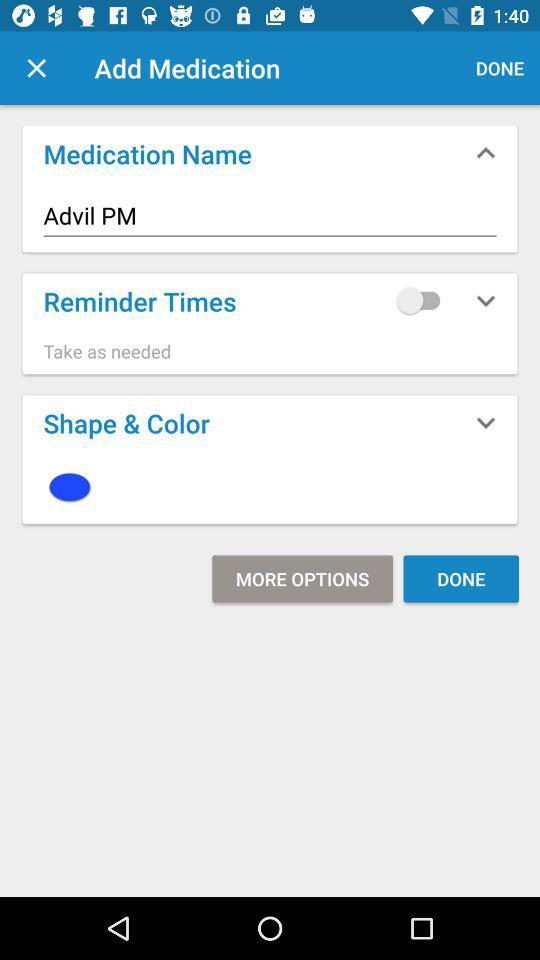  What do you see at coordinates (422, 299) in the screenshot?
I see `reminder times` at bounding box center [422, 299].